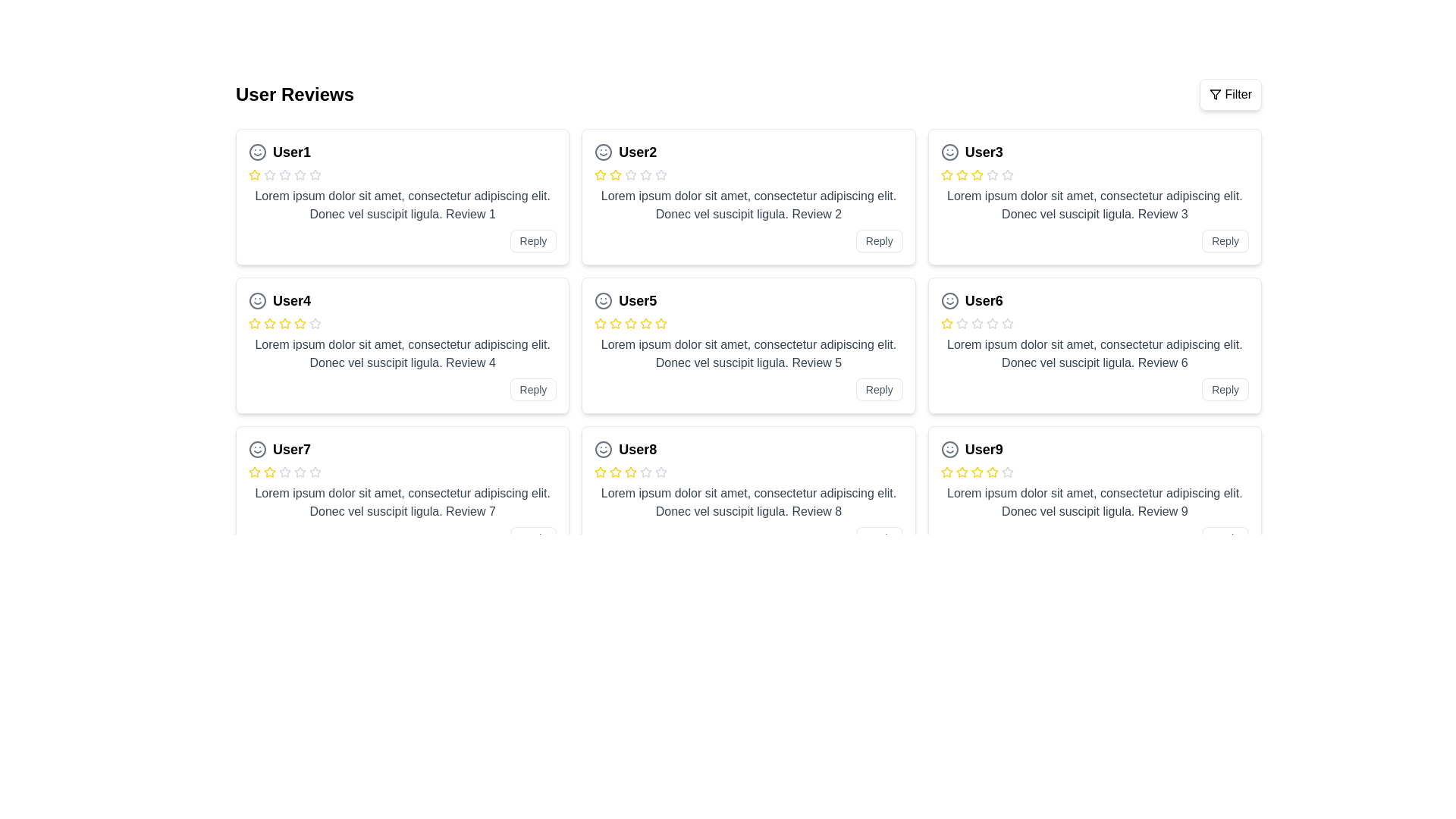 The width and height of the screenshot is (1456, 819). Describe the element at coordinates (269, 323) in the screenshot. I see `the third star icon in the rating component for the user review of 'User4', located in the second row, left of the text` at that location.